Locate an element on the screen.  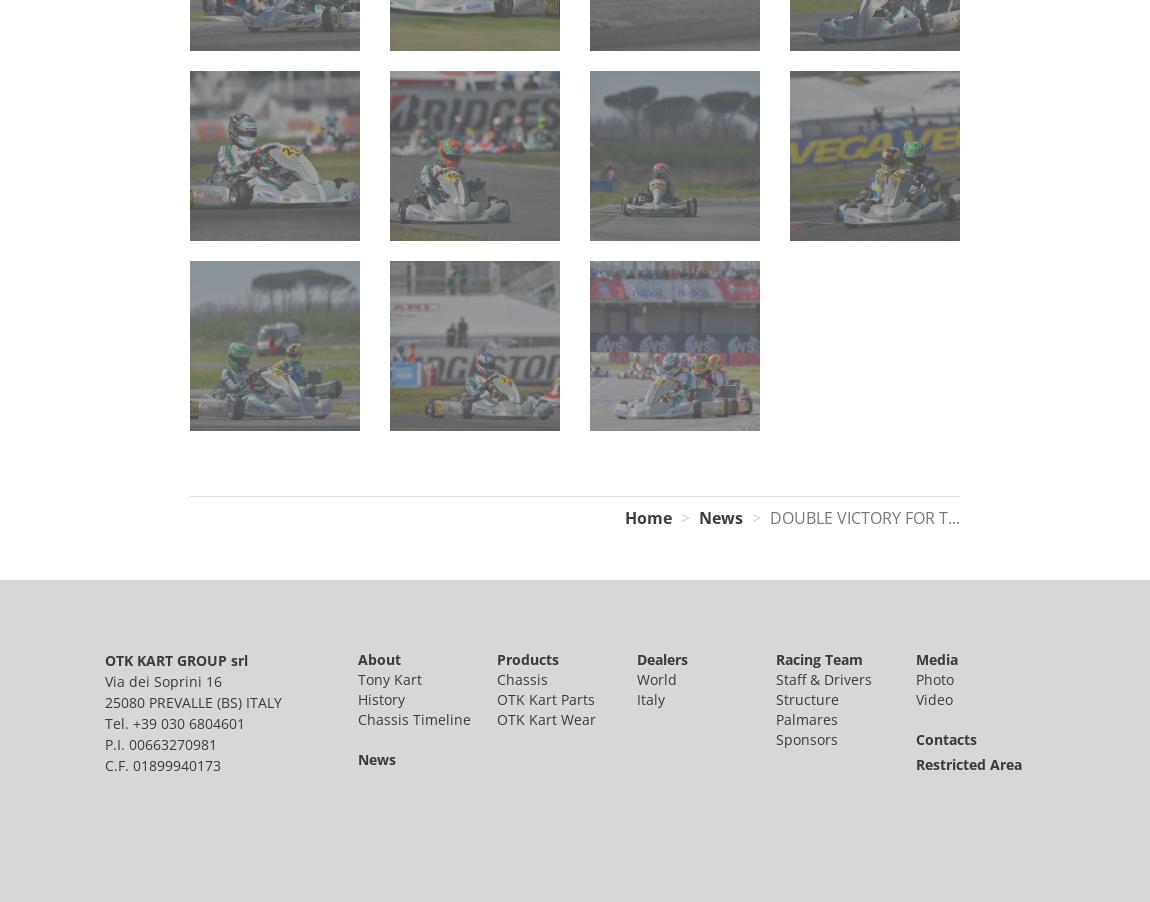
'About' is located at coordinates (378, 657).